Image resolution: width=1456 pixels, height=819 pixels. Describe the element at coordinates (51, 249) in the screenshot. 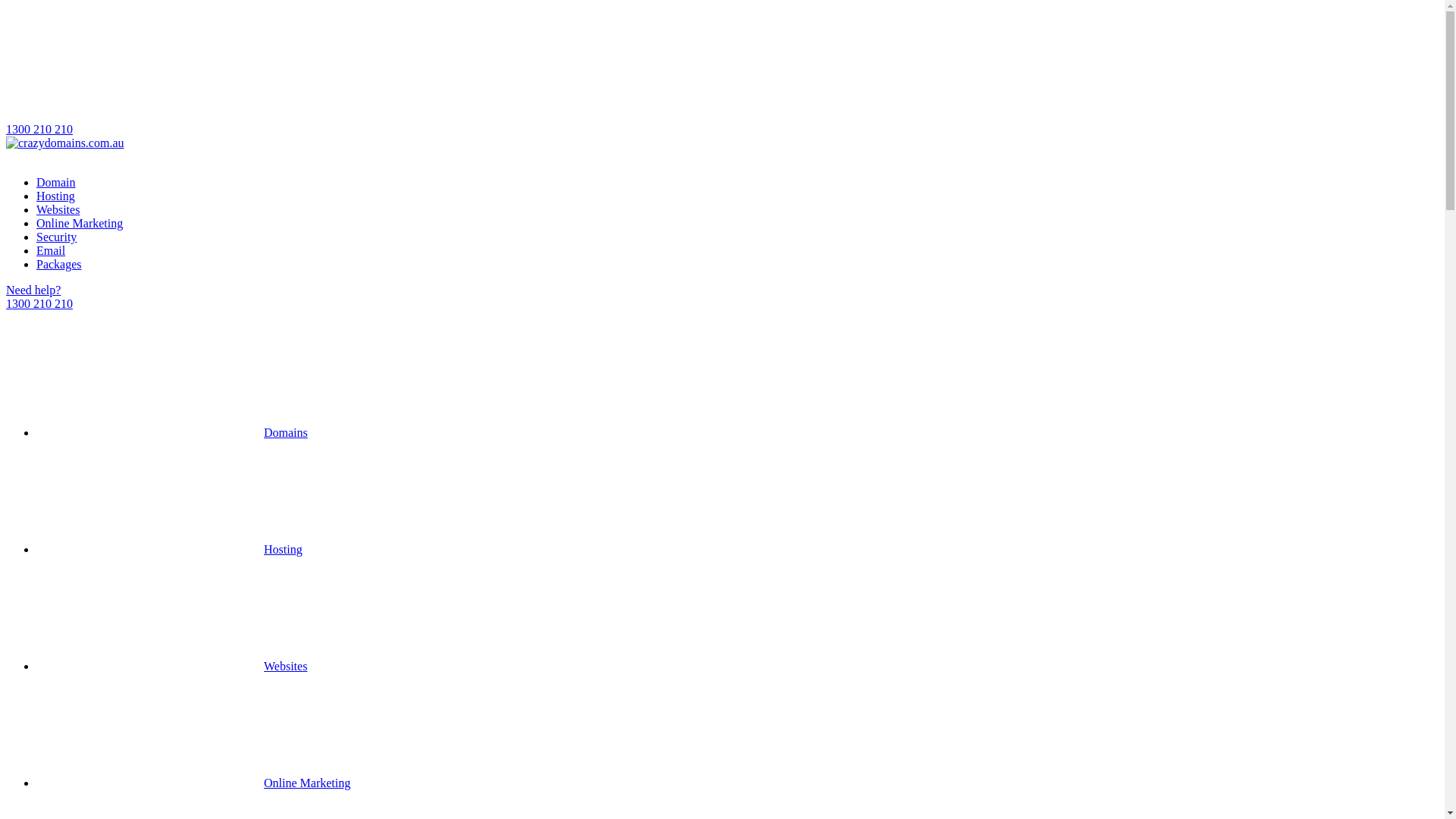

I see `'Email'` at that location.